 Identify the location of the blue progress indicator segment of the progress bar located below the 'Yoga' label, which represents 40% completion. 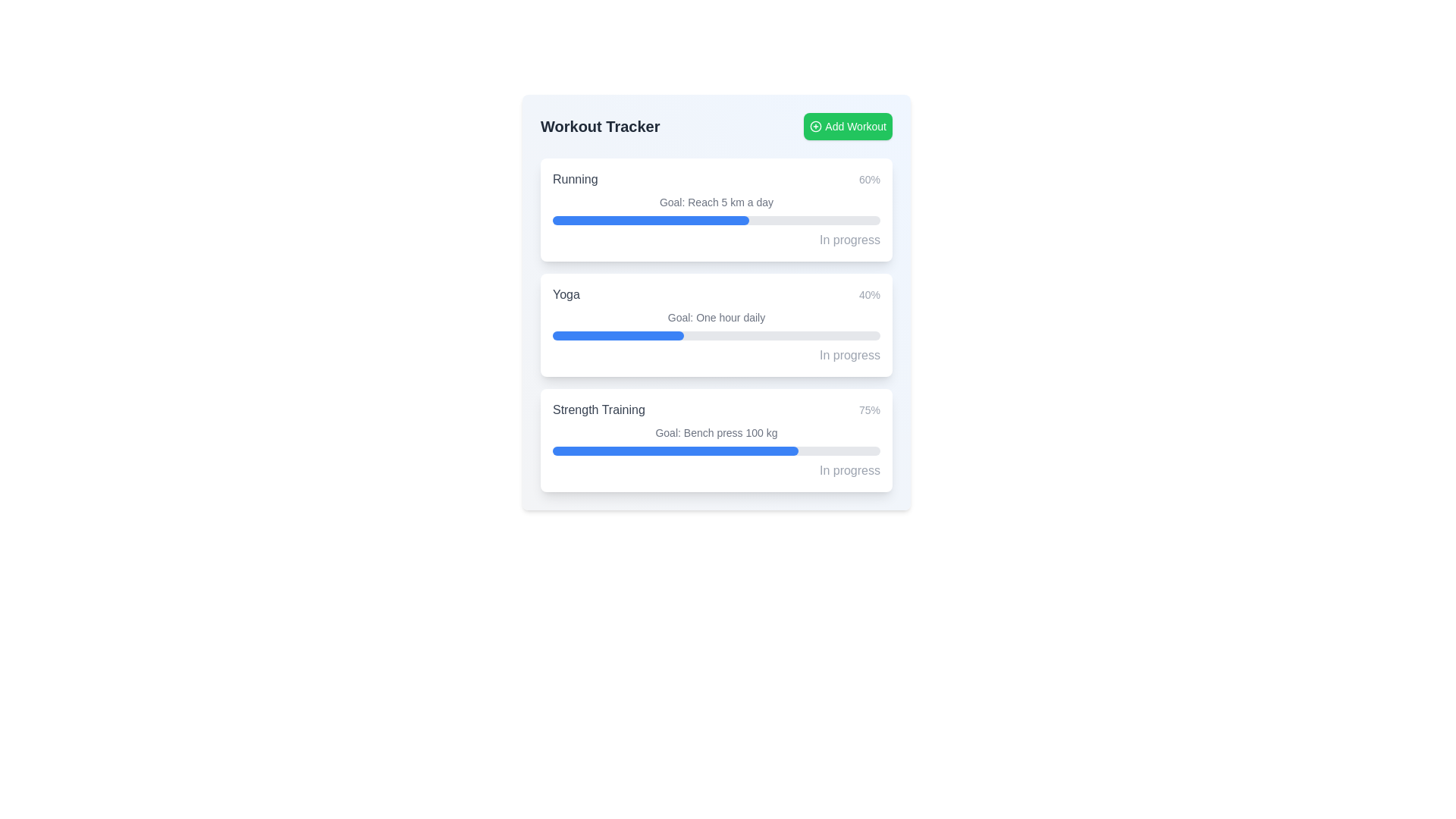
(618, 335).